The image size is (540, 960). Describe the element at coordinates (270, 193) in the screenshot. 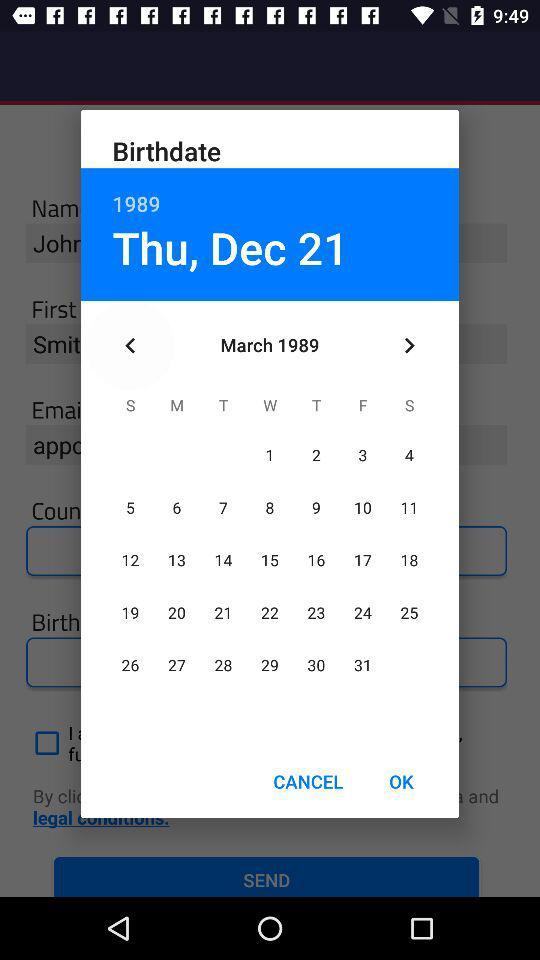

I see `1989 item` at that location.